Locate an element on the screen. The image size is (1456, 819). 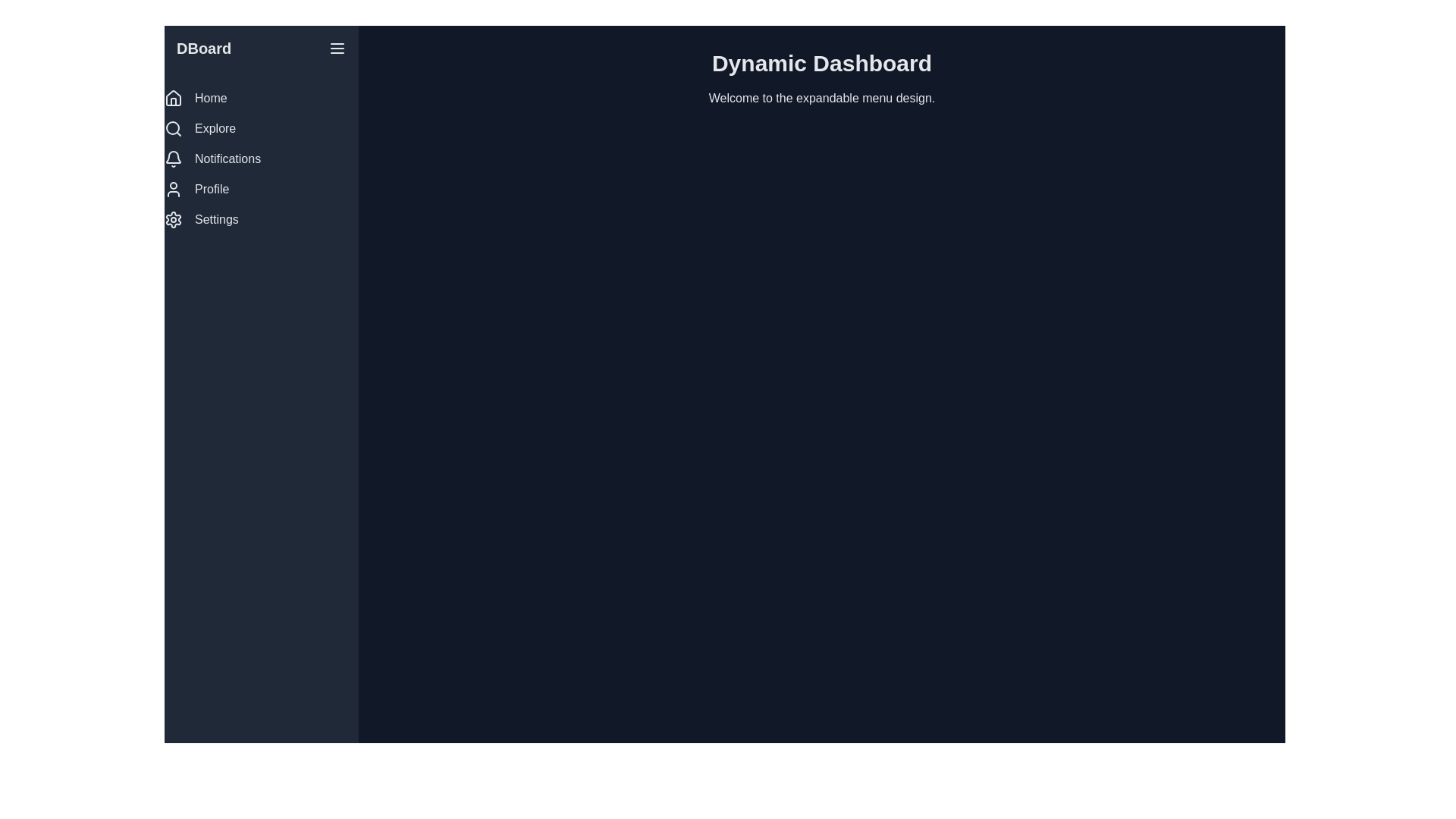
the 'Explore' text label in the vertical navigation menu, which is positioned second from the top and aligns to the left with a dark blue background is located at coordinates (215, 127).